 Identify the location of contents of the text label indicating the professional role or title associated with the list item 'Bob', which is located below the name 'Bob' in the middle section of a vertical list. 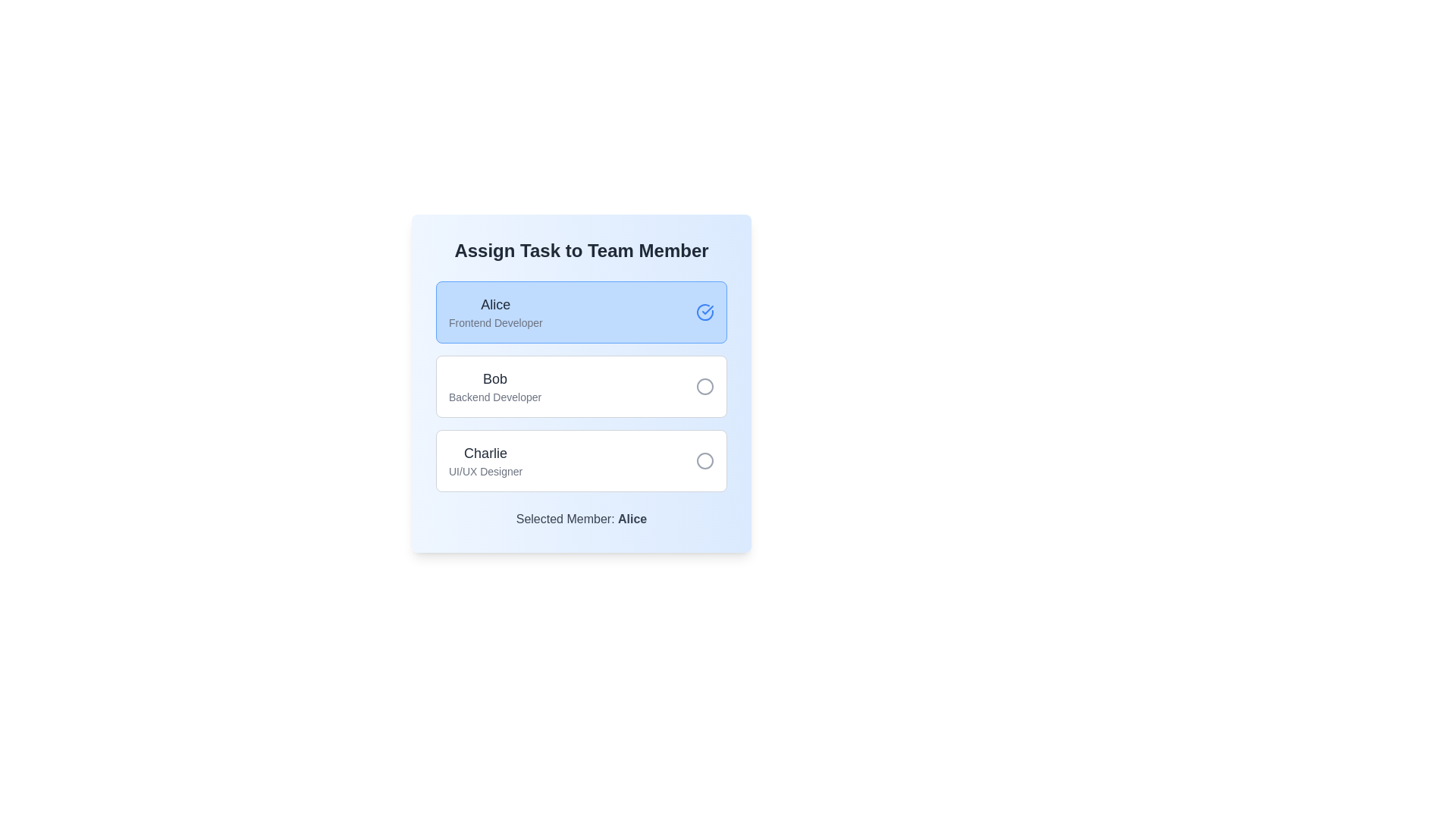
(495, 397).